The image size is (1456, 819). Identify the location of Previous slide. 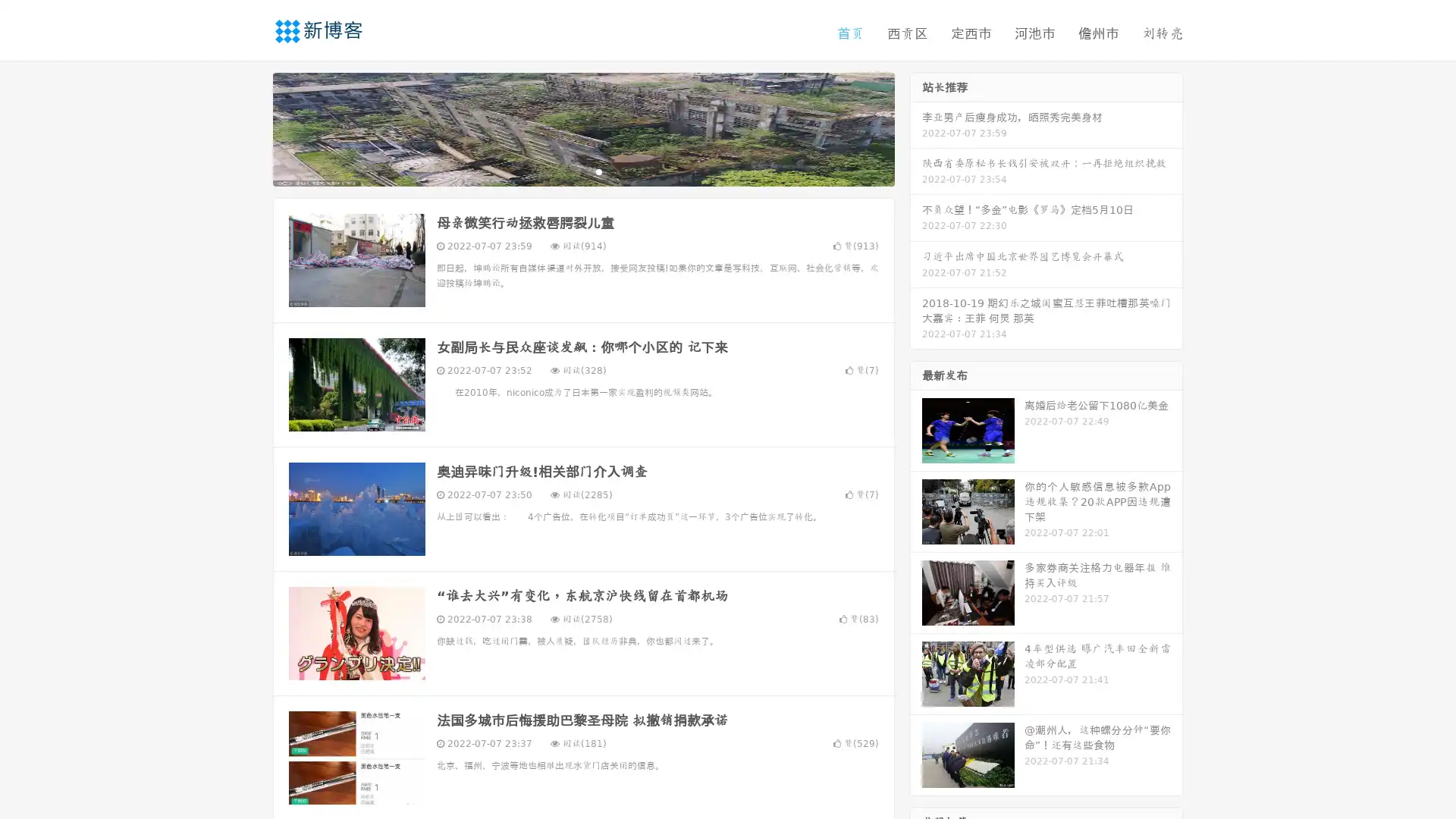
(250, 127).